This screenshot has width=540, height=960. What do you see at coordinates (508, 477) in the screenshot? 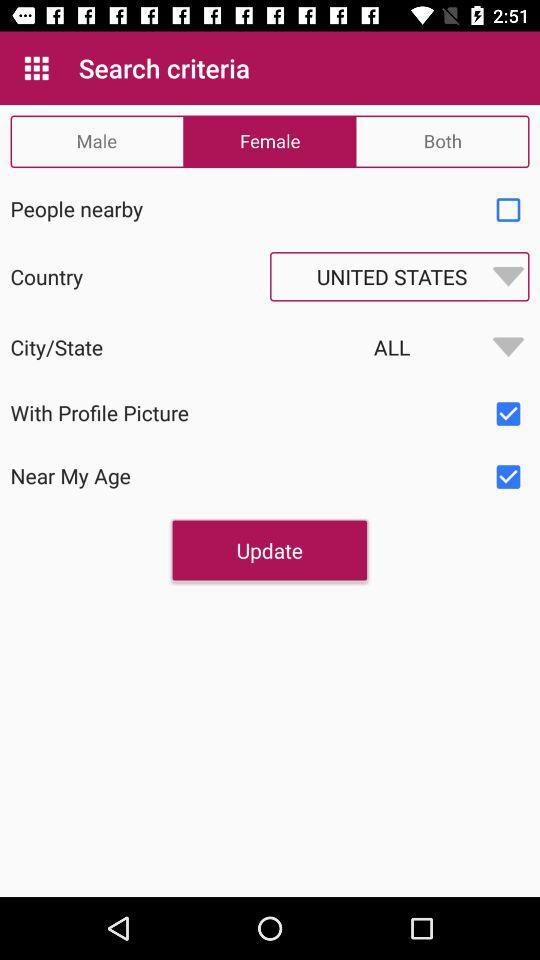
I see `deselect near my age` at bounding box center [508, 477].